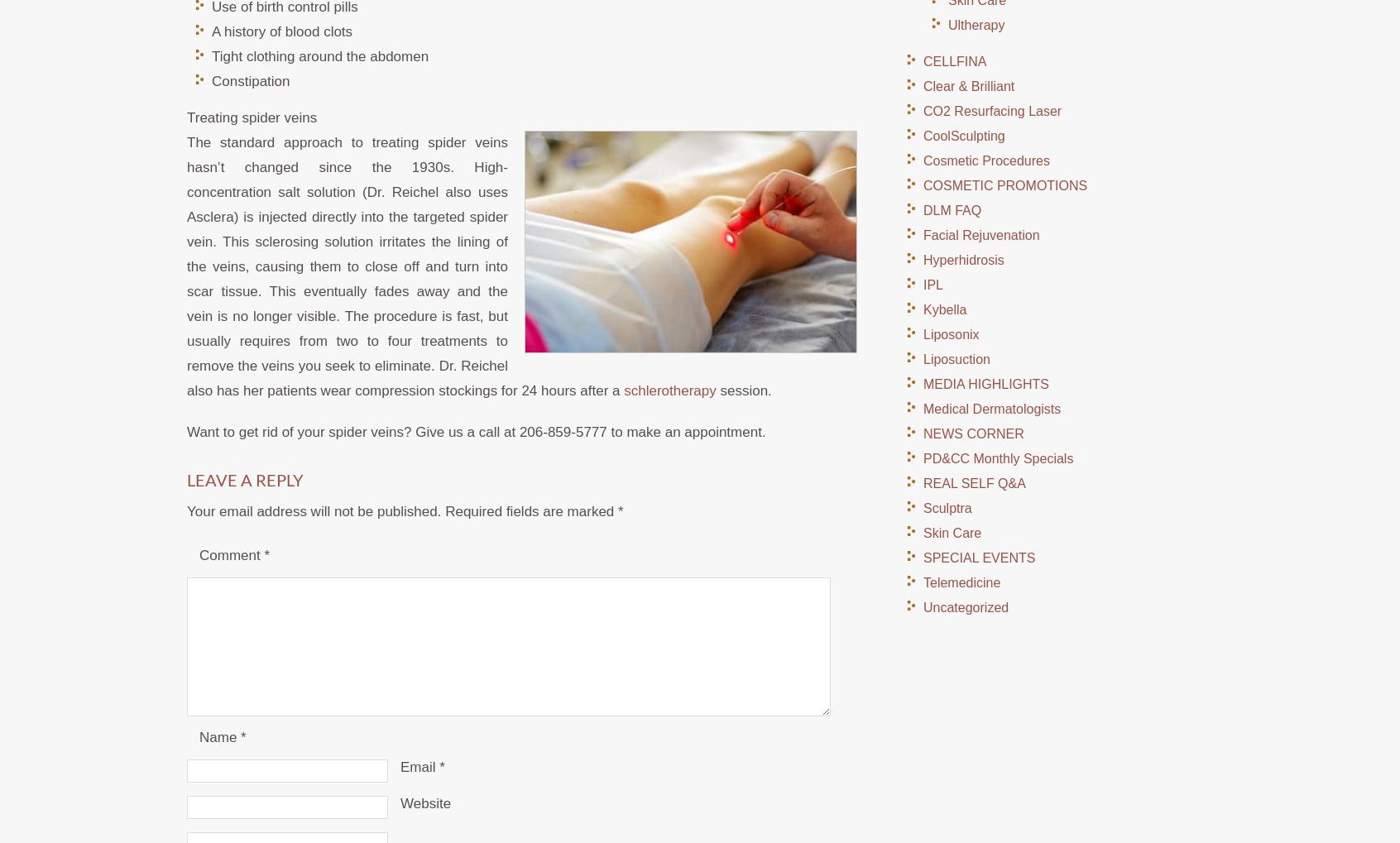 Image resolution: width=1400 pixels, height=843 pixels. Describe the element at coordinates (961, 582) in the screenshot. I see `'Telemedicine'` at that location.